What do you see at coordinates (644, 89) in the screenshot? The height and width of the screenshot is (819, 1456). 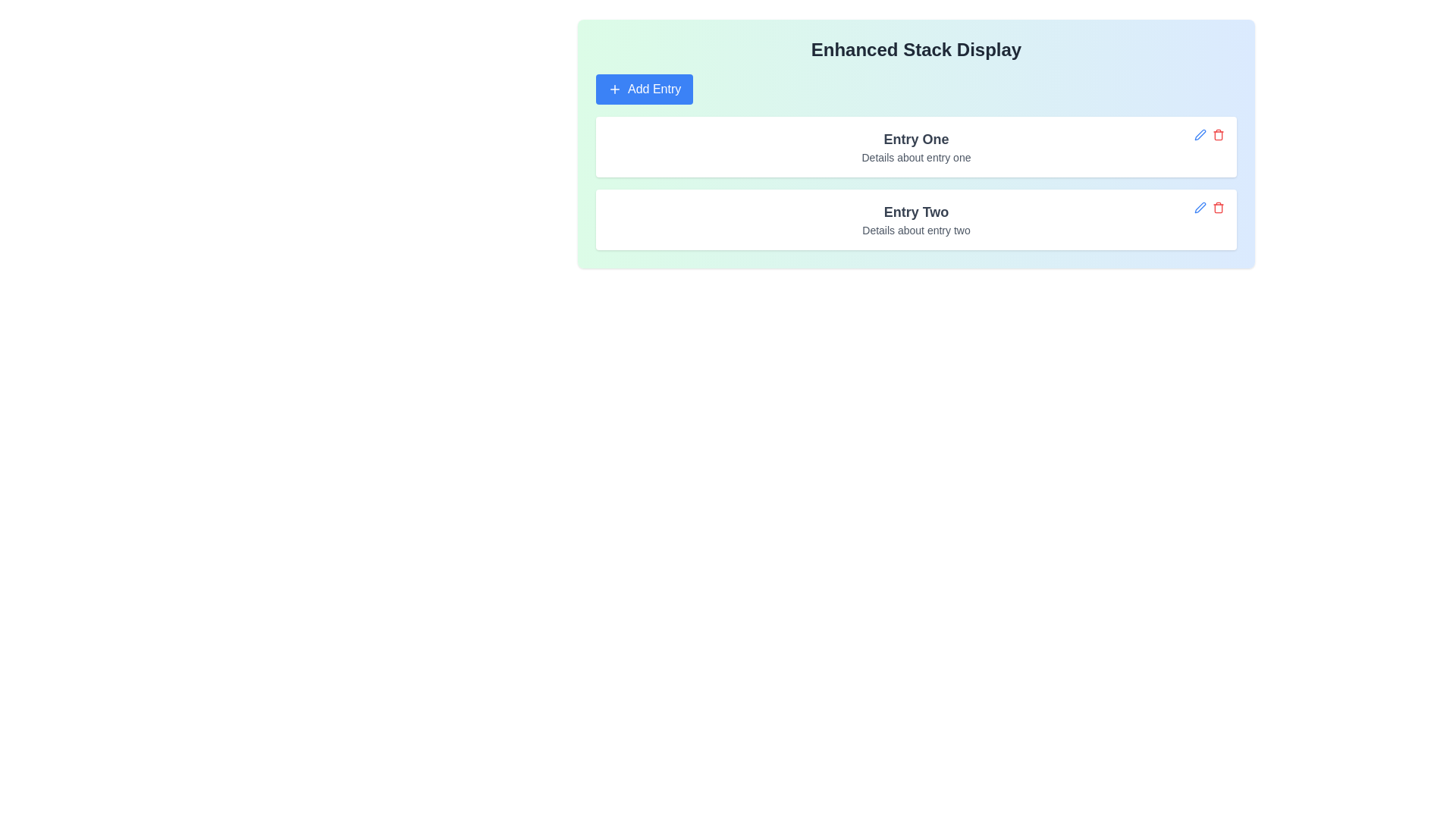 I see `the 'Add Entry' button with a blue background and a '+' icon` at bounding box center [644, 89].